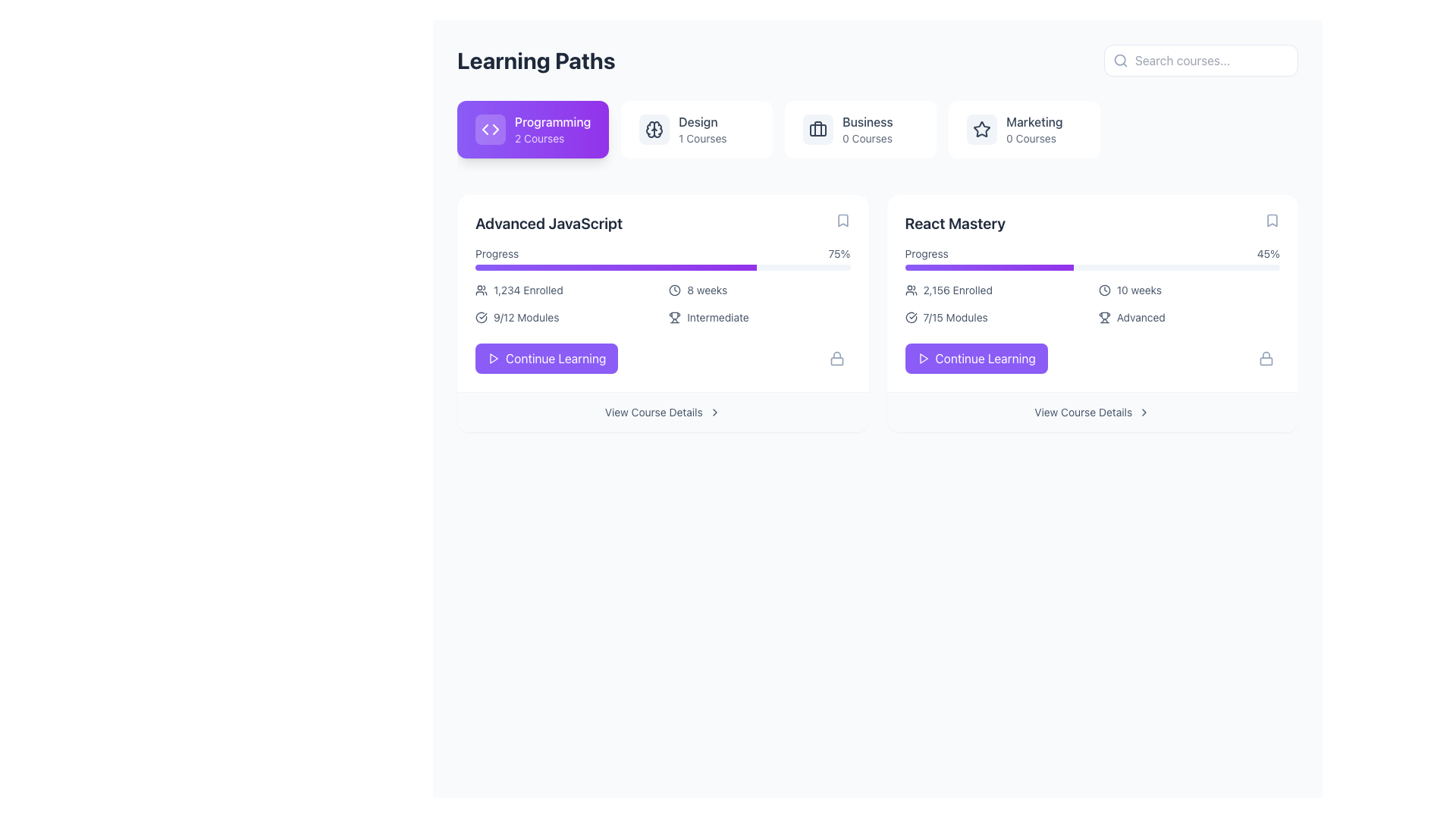  Describe the element at coordinates (923, 359) in the screenshot. I see `the icon within the 'Continue Learning' purple button in the 'React Mastery' section` at that location.